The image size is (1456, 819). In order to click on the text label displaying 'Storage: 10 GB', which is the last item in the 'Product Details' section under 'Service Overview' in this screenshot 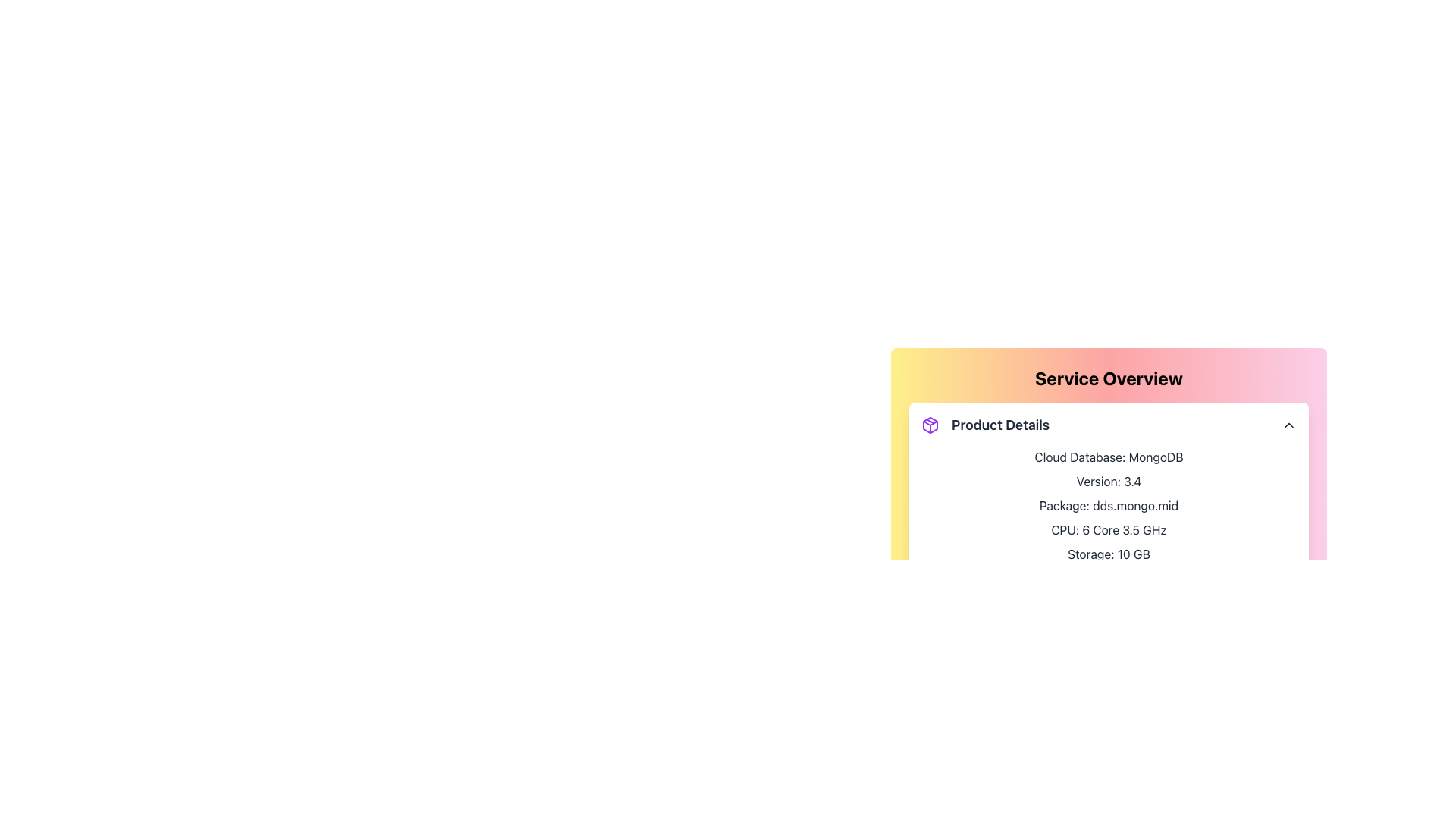, I will do `click(1109, 554)`.